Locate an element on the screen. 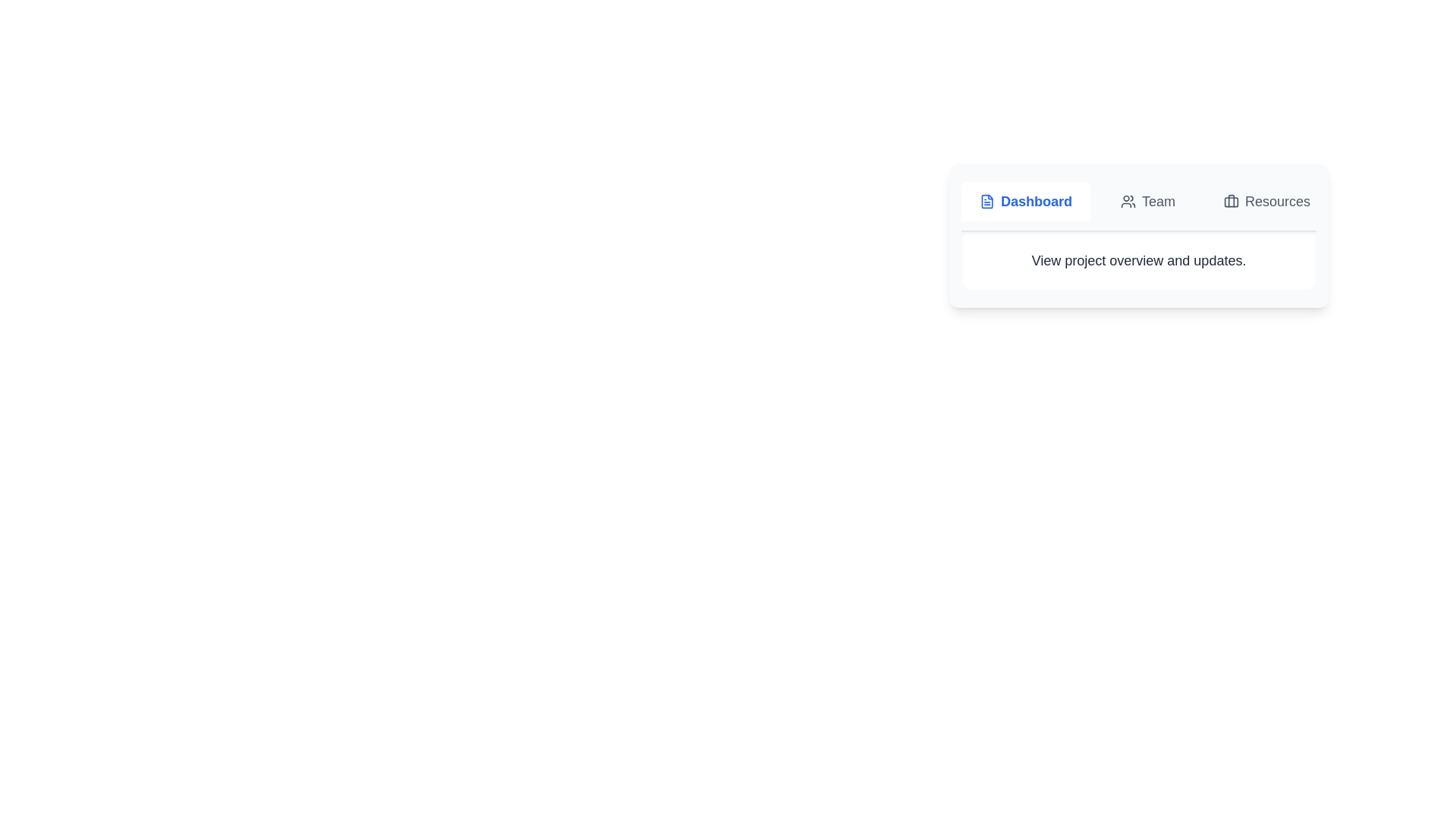  the tab labeled 'Dashboard' to activate it and observe the visual change is located at coordinates (1026, 201).